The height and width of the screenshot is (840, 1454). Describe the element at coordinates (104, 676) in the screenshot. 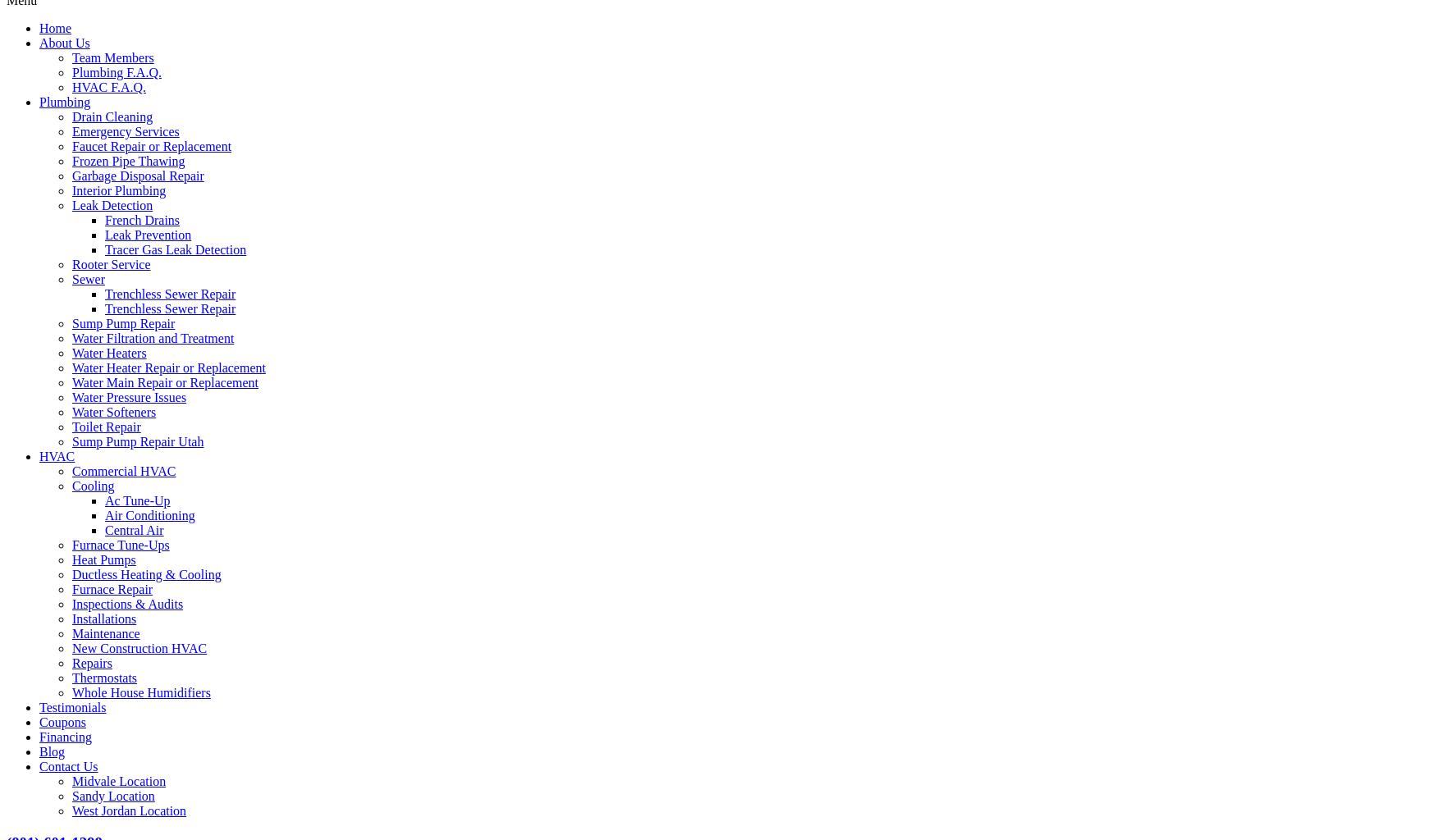

I see `'Thermostats'` at that location.